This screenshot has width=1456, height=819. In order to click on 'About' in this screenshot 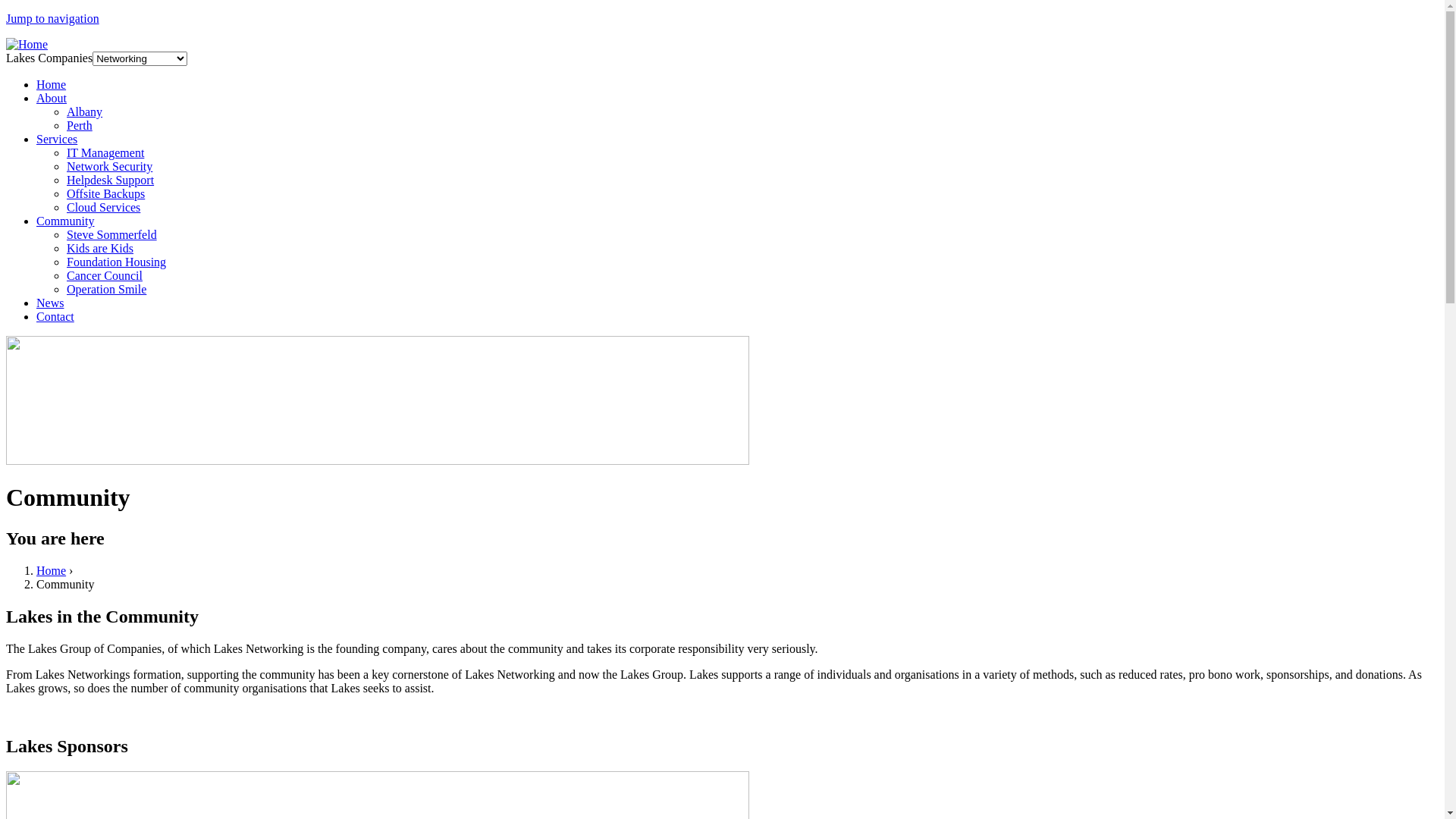, I will do `click(51, 98)`.